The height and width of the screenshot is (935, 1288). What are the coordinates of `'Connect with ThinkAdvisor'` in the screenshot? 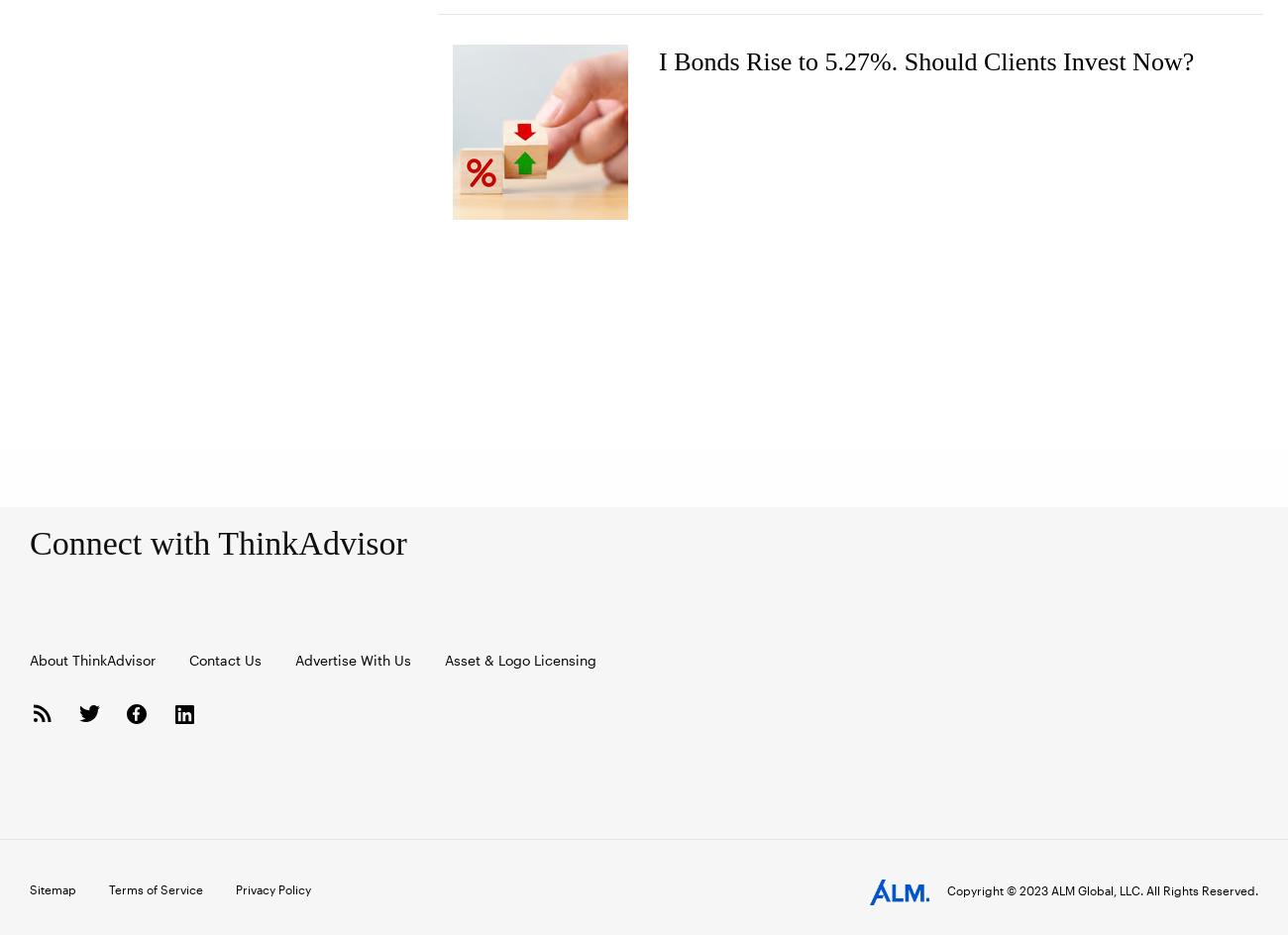 It's located at (216, 541).